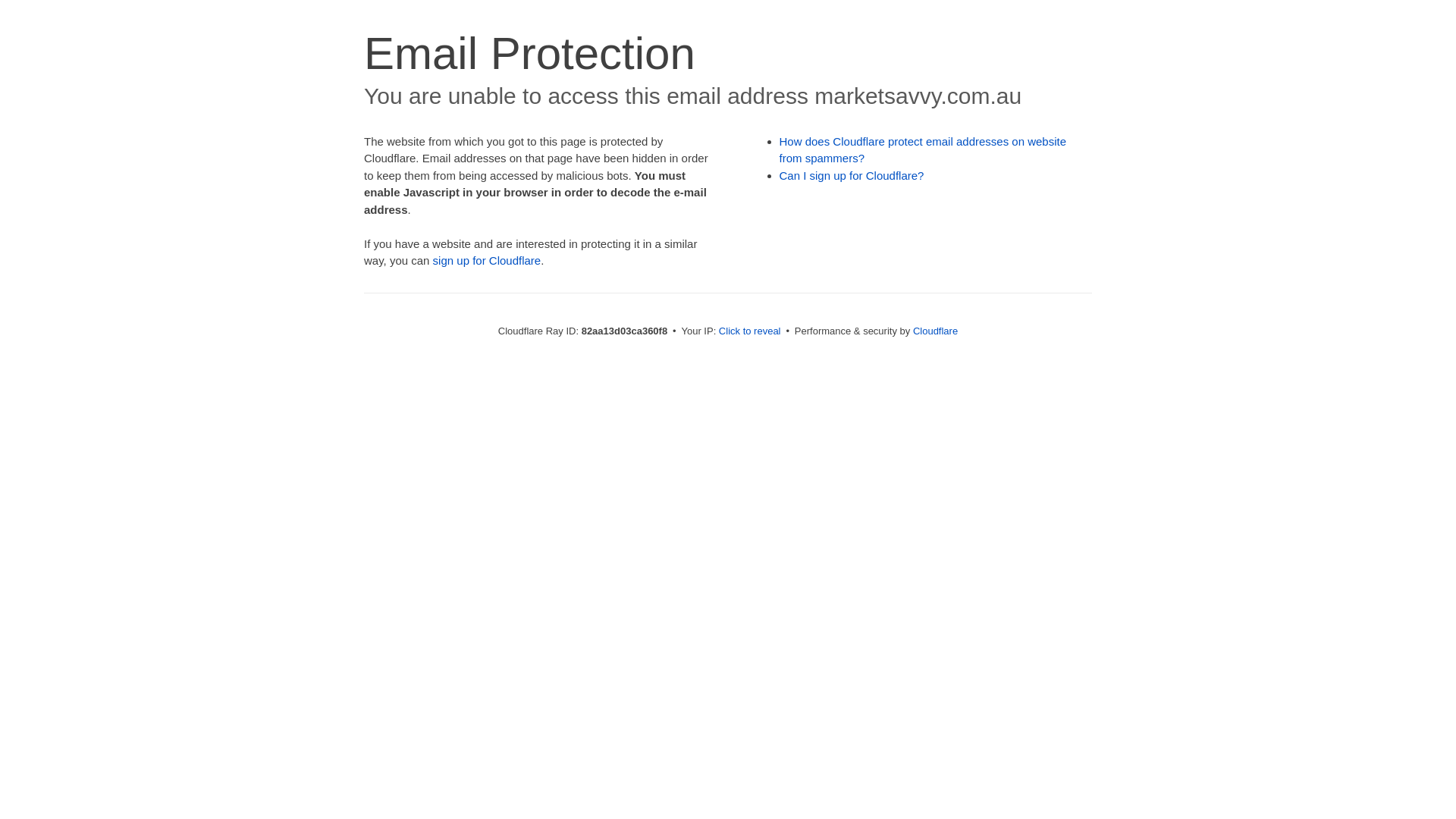  I want to click on 'sign up for Cloudflare', so click(487, 259).